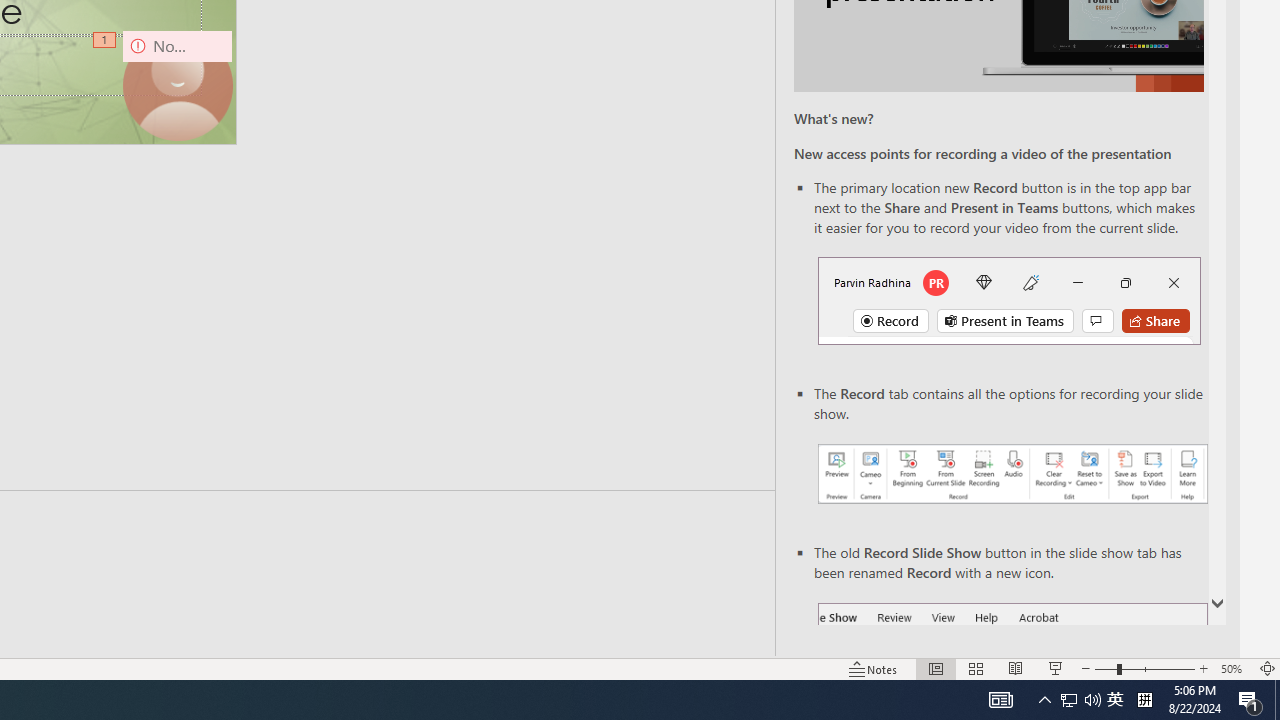  Describe the element at coordinates (105, 41) in the screenshot. I see `'Animation, sequence 1, on Camera 9'` at that location.